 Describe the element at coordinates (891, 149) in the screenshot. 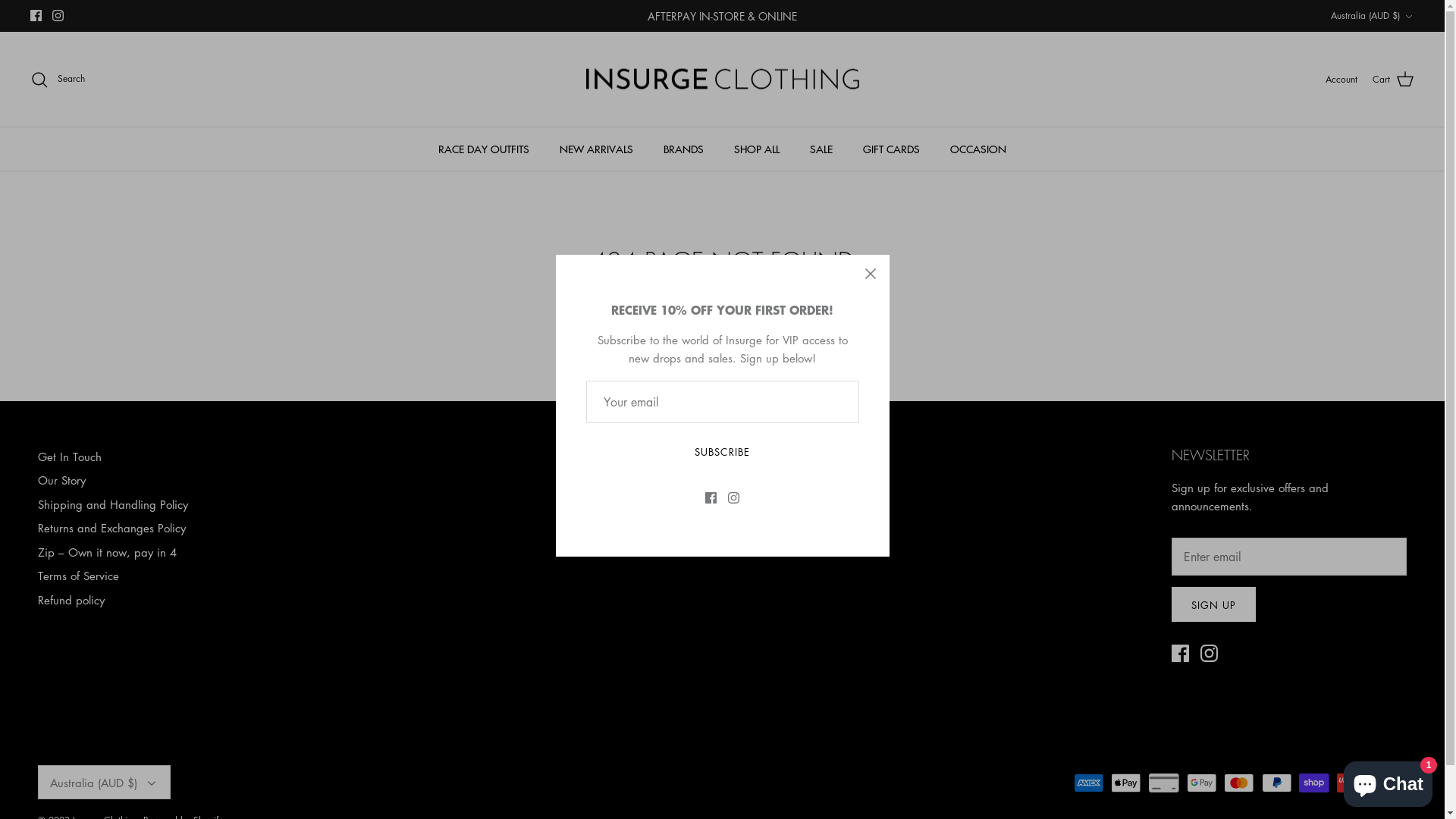

I see `'GIFT CARDS'` at that location.